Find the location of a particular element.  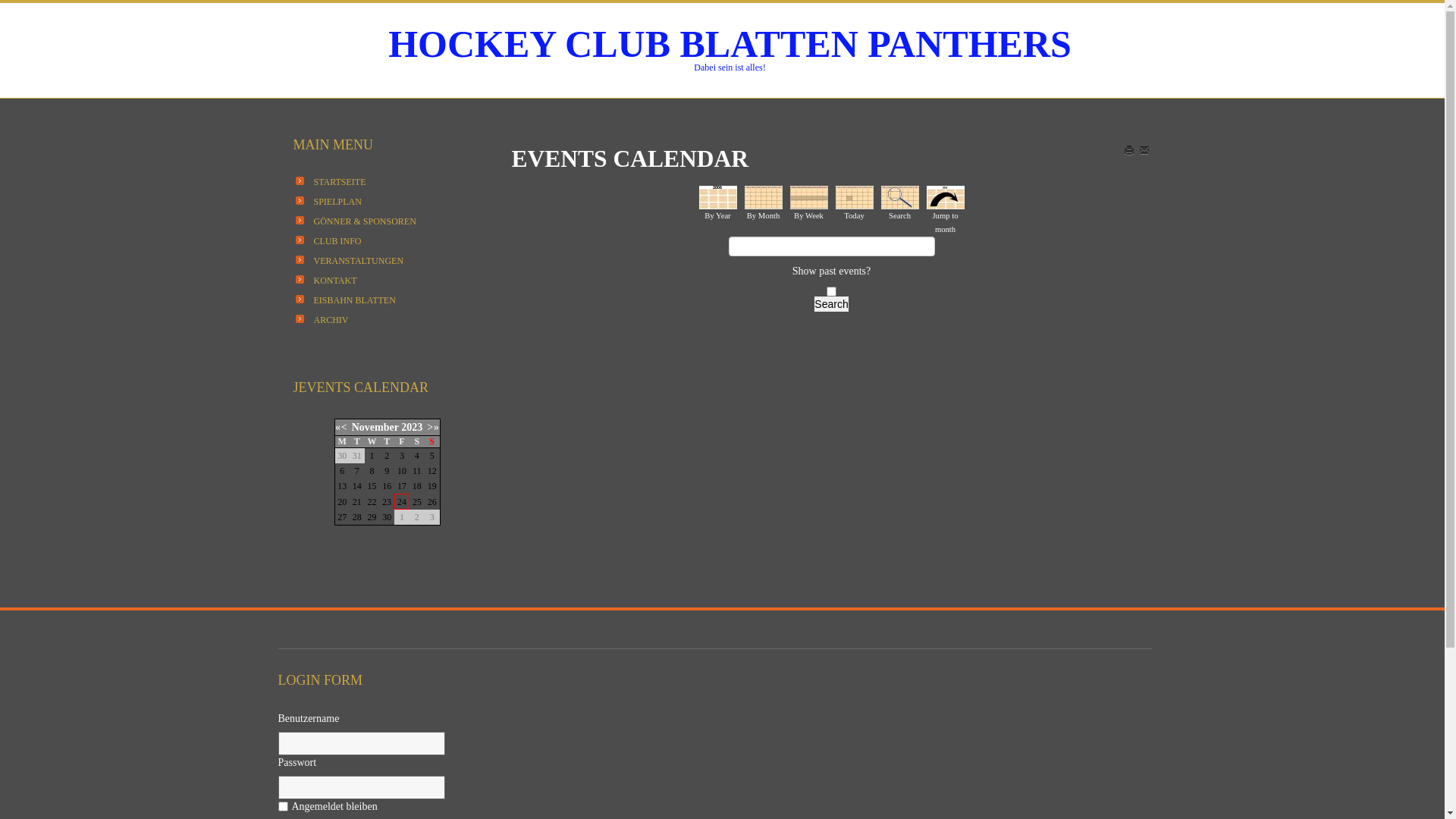

'EMAIL' is located at coordinates (1145, 149).